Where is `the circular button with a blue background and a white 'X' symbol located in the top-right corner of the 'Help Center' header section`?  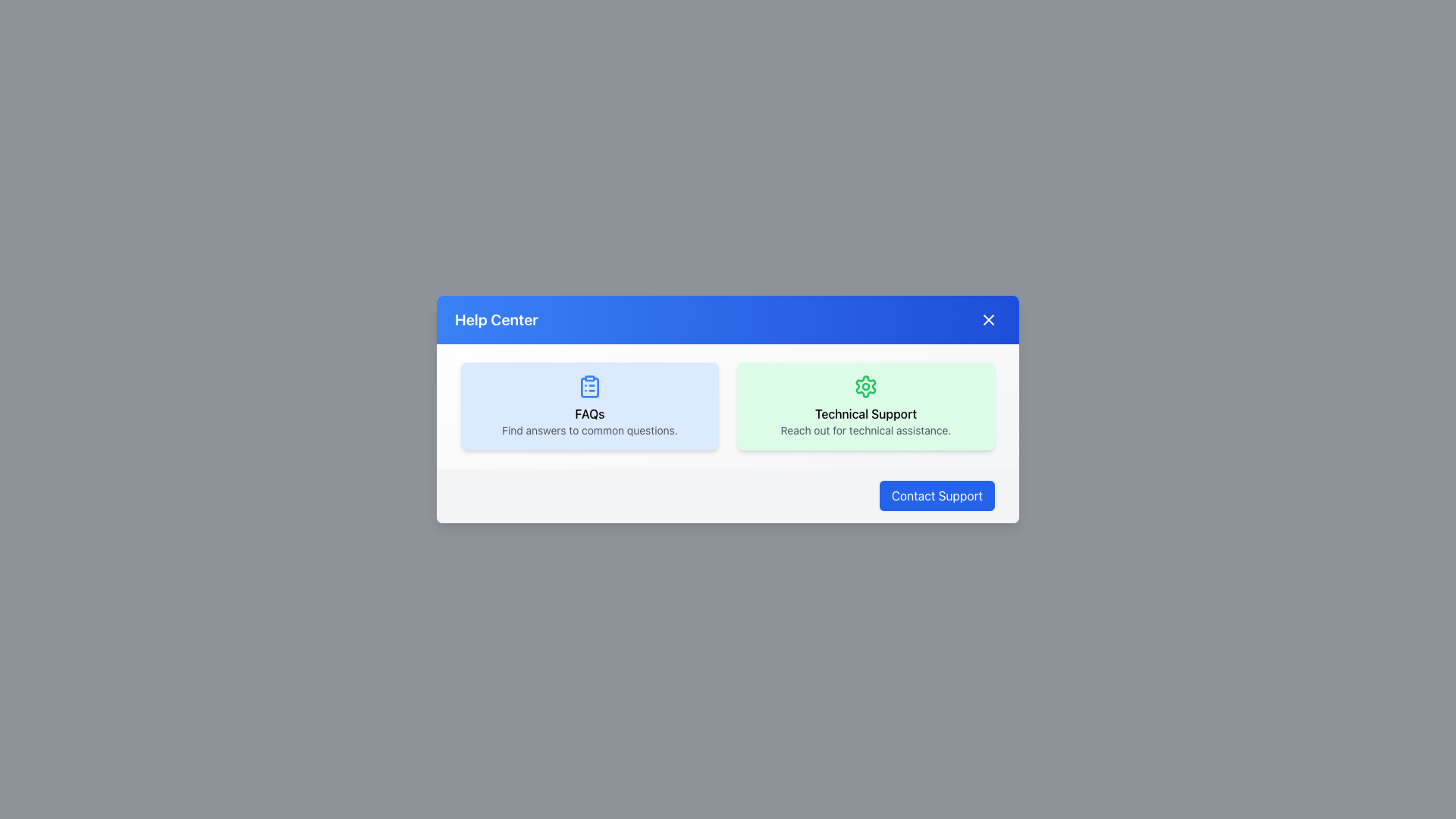
the circular button with a blue background and a white 'X' symbol located in the top-right corner of the 'Help Center' header section is located at coordinates (989, 318).